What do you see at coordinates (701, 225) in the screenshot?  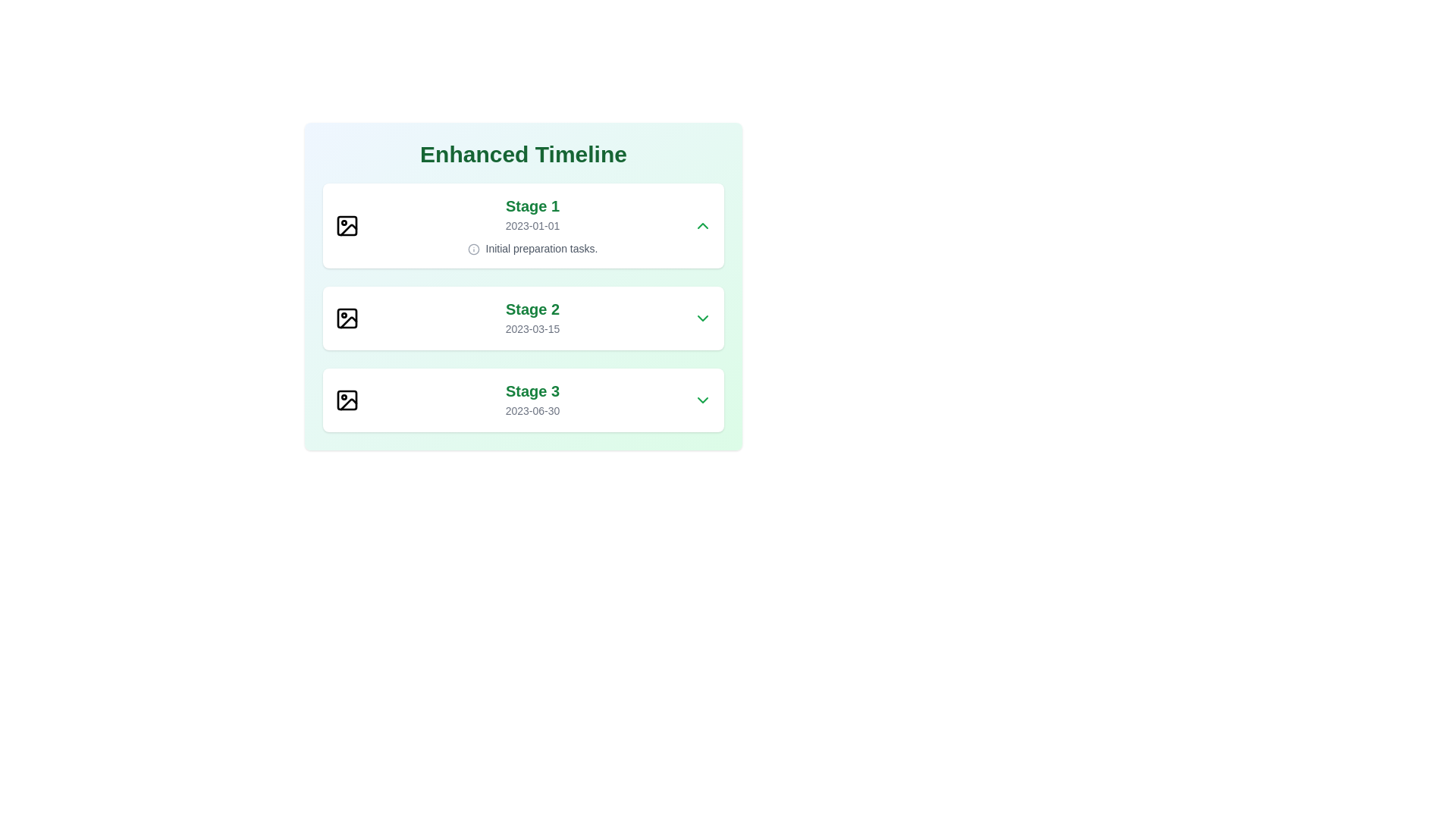 I see `the small upward-pointing green chevron icon in the upper-right corner of the 'Stage 1' box` at bounding box center [701, 225].